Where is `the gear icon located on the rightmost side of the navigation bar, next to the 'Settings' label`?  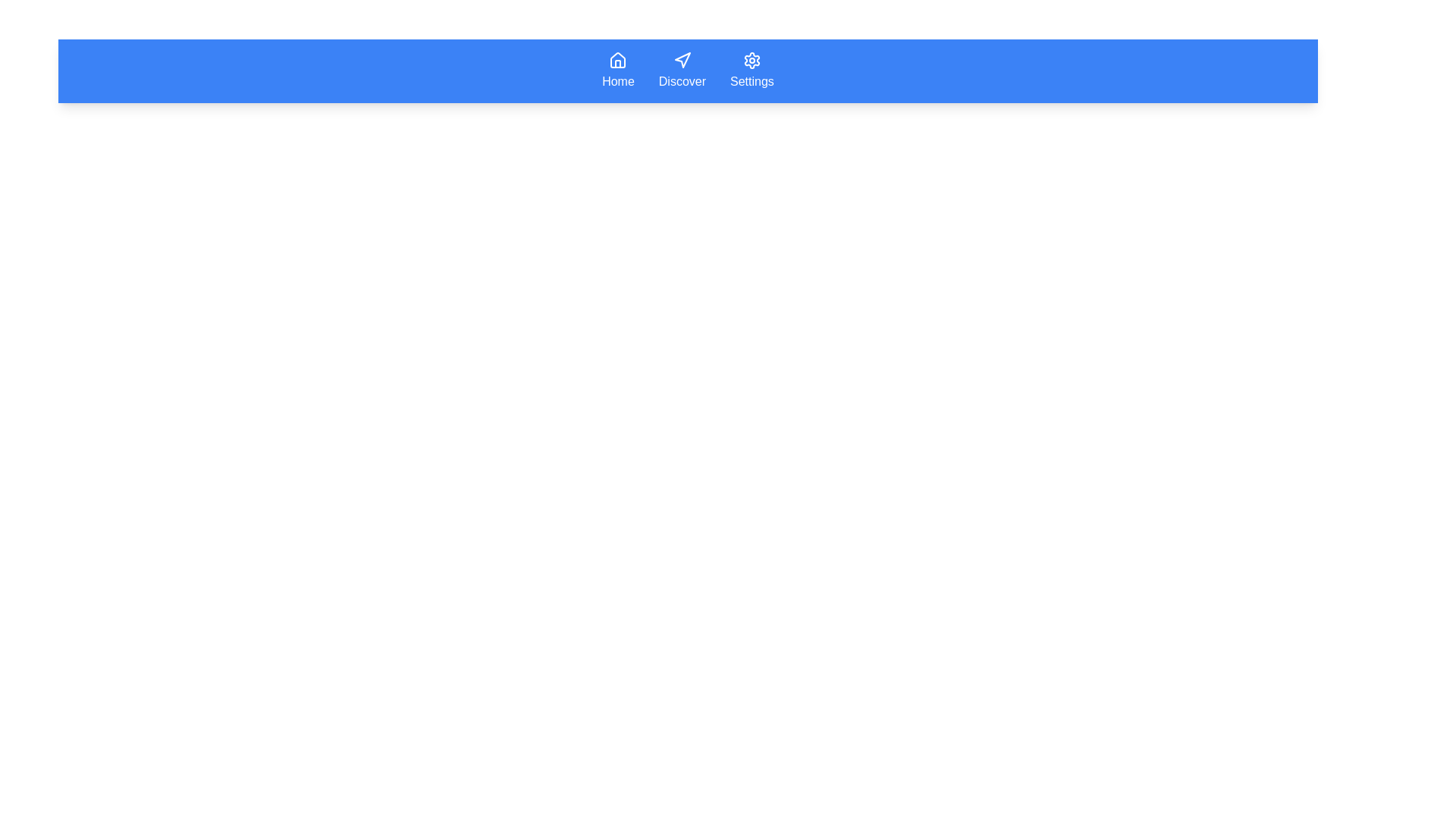
the gear icon located on the rightmost side of the navigation bar, next to the 'Settings' label is located at coordinates (752, 60).